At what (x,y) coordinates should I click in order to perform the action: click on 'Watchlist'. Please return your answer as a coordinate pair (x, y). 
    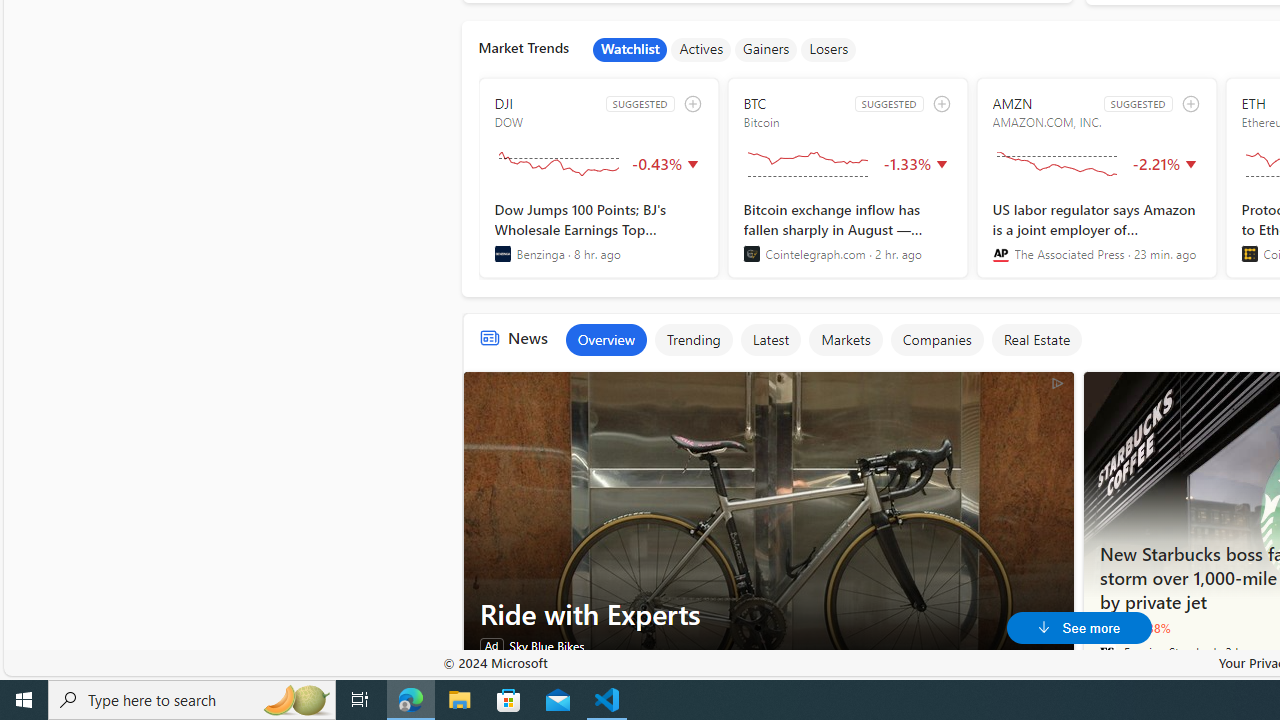
    Looking at the image, I should click on (629, 49).